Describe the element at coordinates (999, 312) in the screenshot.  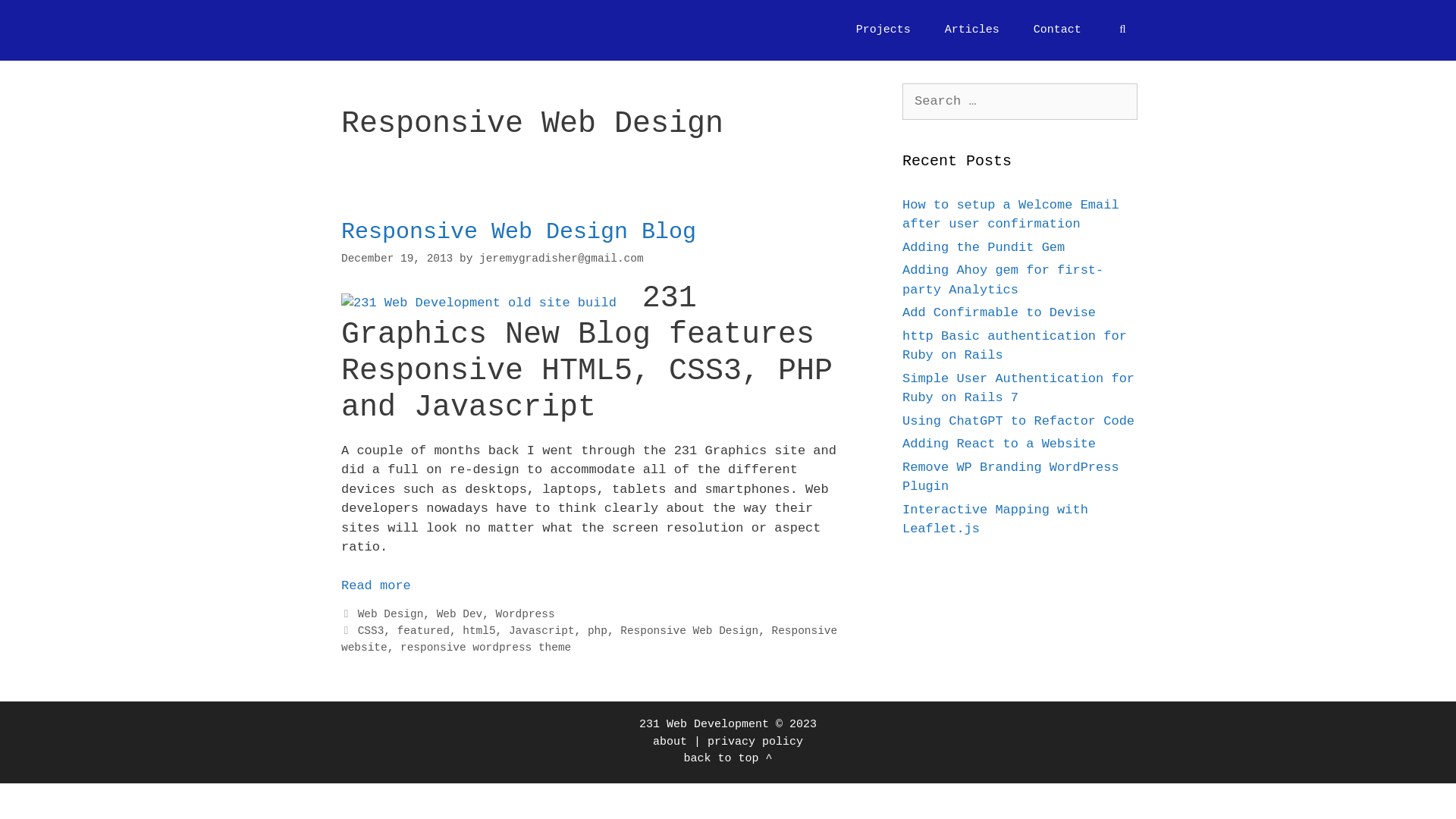
I see `'Add Confirmable to Devise'` at that location.